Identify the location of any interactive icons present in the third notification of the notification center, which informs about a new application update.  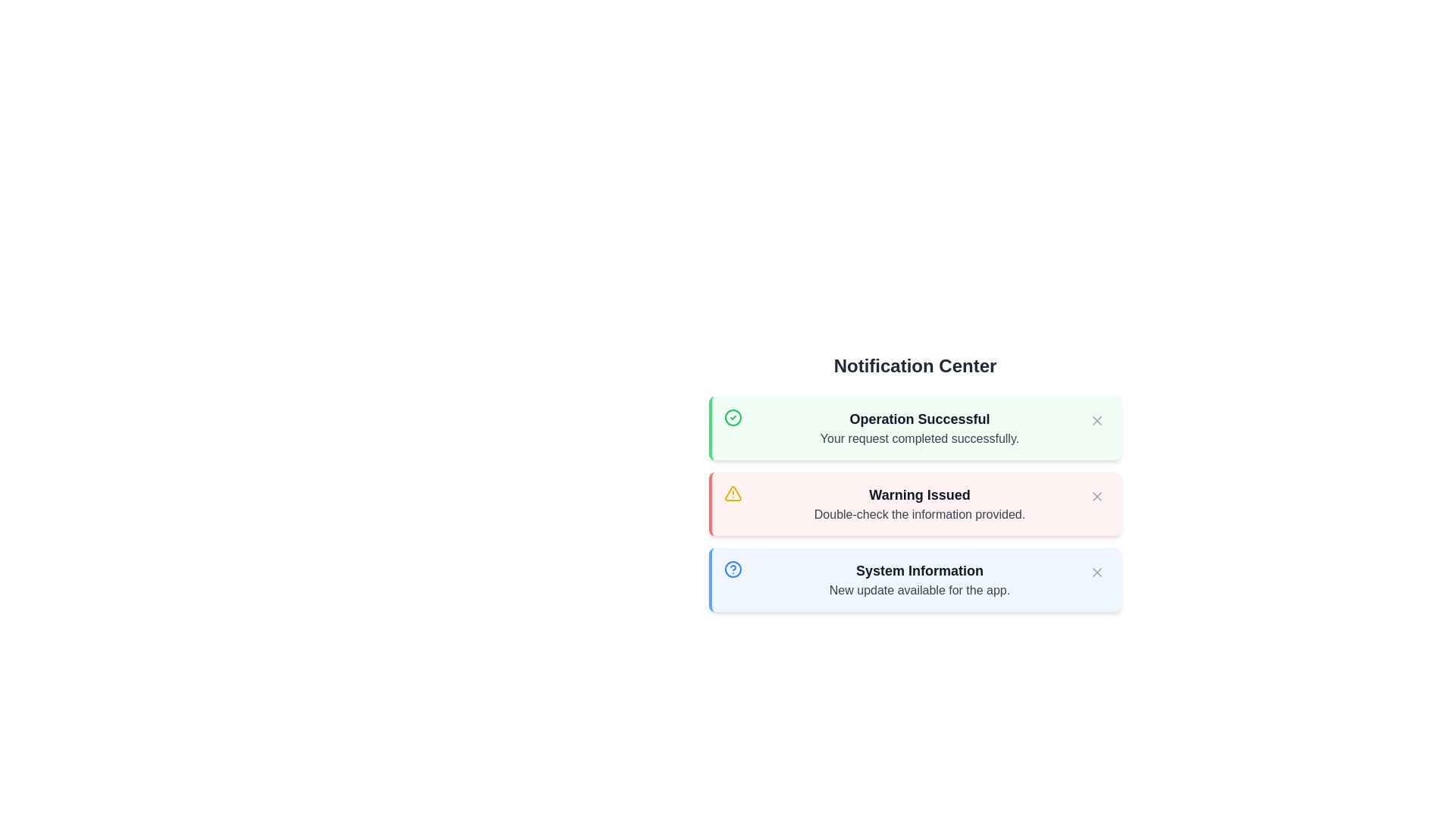
(914, 579).